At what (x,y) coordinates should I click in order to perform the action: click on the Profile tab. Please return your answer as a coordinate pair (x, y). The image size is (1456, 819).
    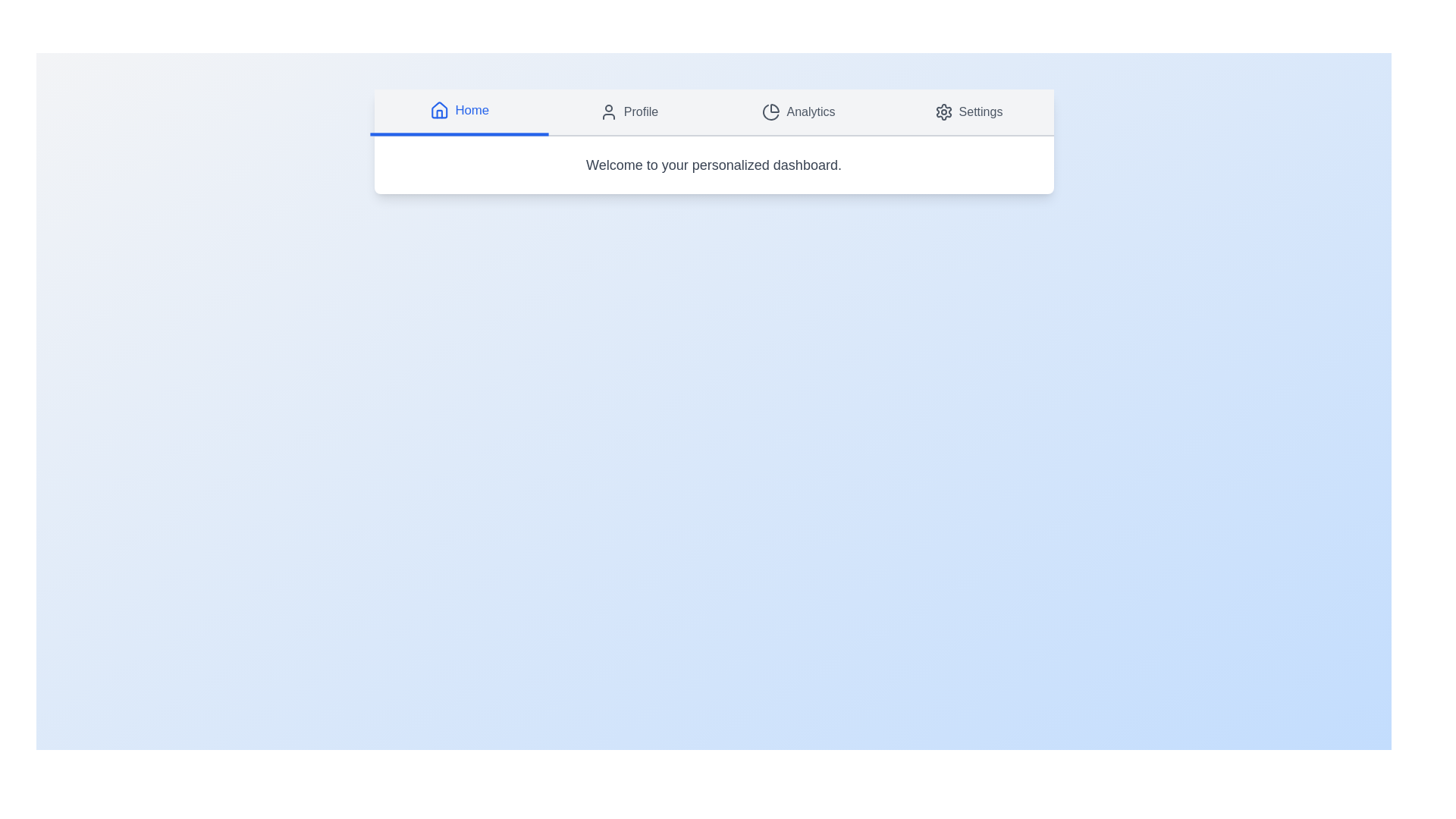
    Looking at the image, I should click on (629, 111).